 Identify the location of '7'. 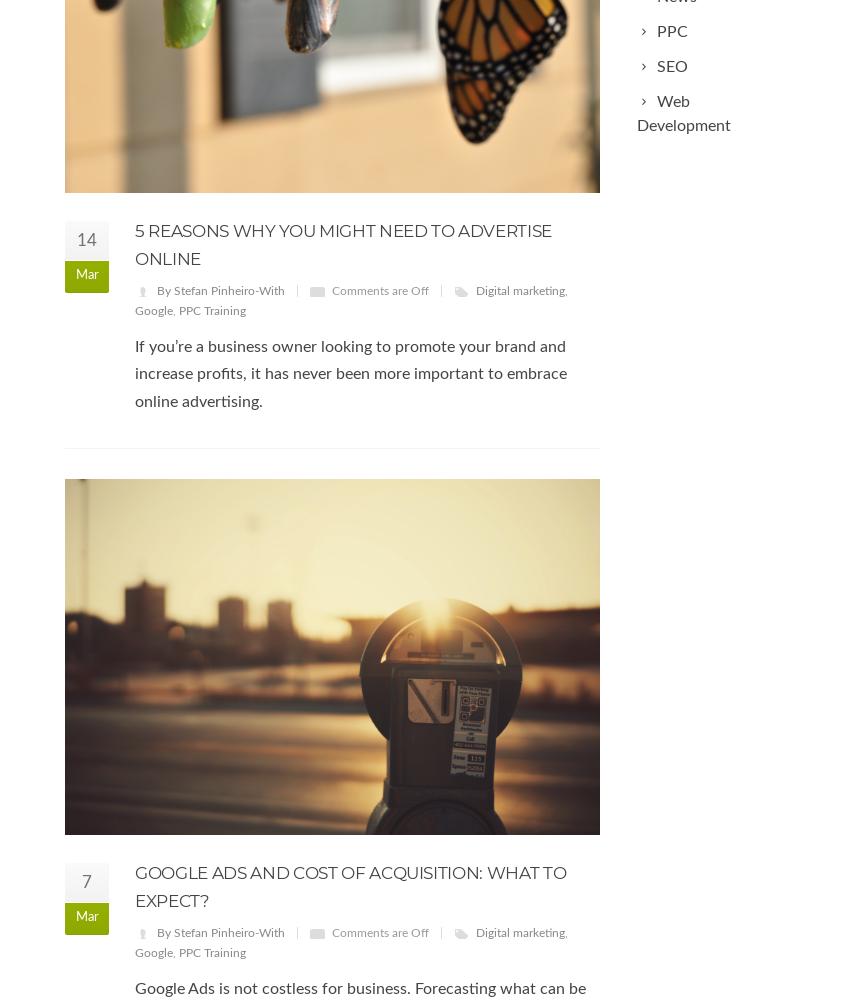
(86, 881).